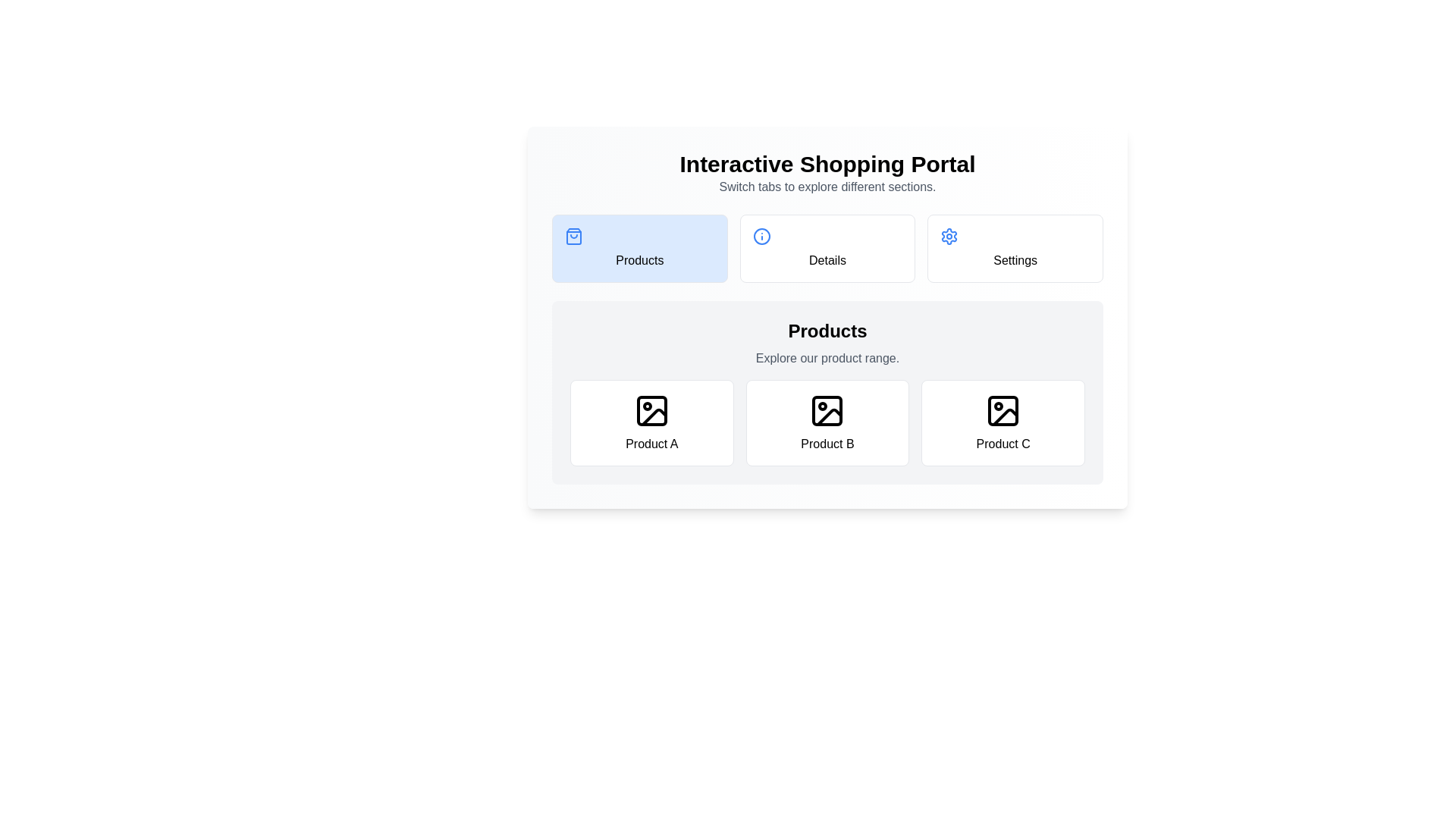 Image resolution: width=1456 pixels, height=819 pixels. Describe the element at coordinates (1003, 423) in the screenshot. I see `the product card labeled Product C` at that location.